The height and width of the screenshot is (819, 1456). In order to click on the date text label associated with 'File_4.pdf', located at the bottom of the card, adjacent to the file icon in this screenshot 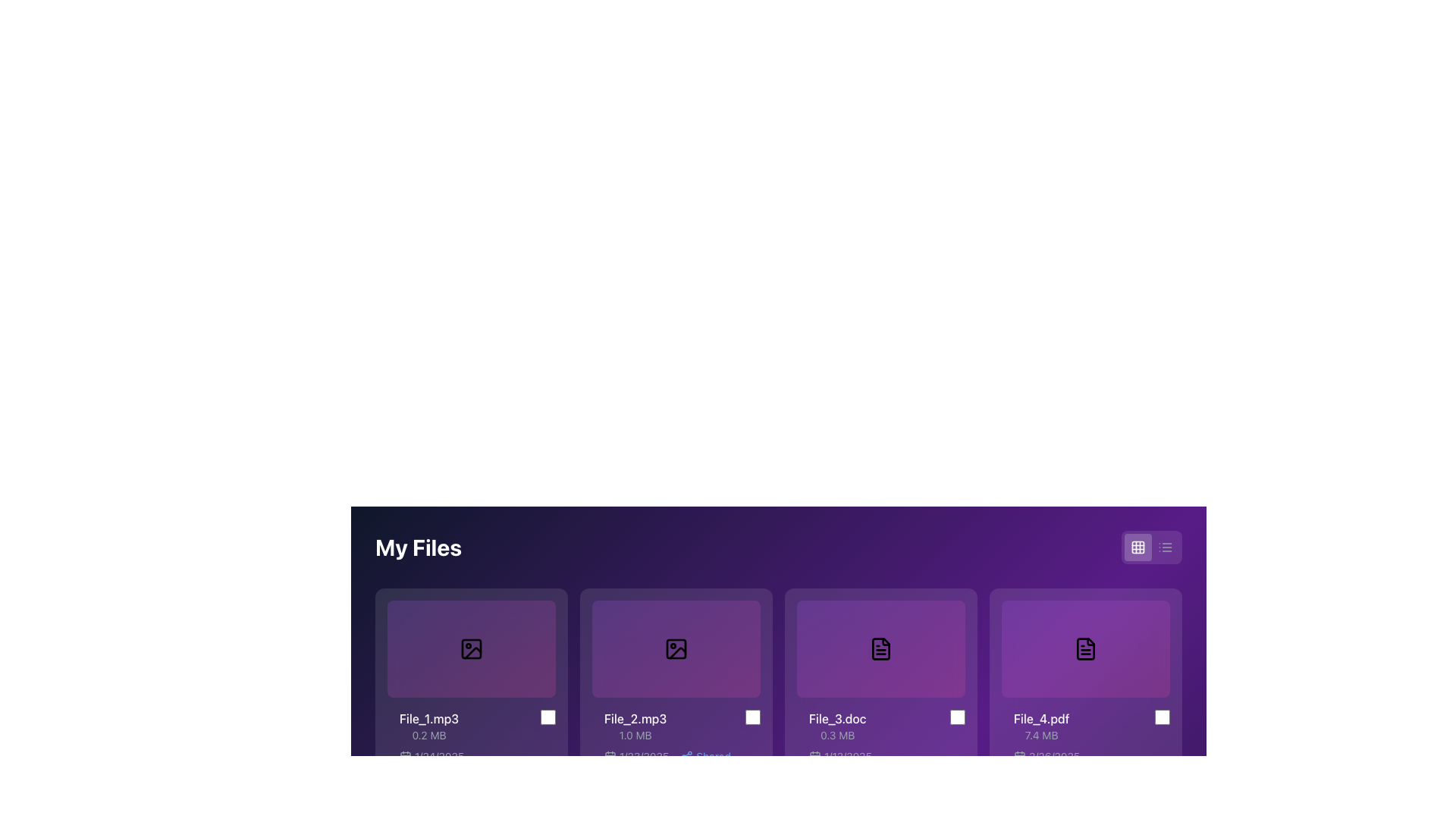, I will do `click(1046, 757)`.